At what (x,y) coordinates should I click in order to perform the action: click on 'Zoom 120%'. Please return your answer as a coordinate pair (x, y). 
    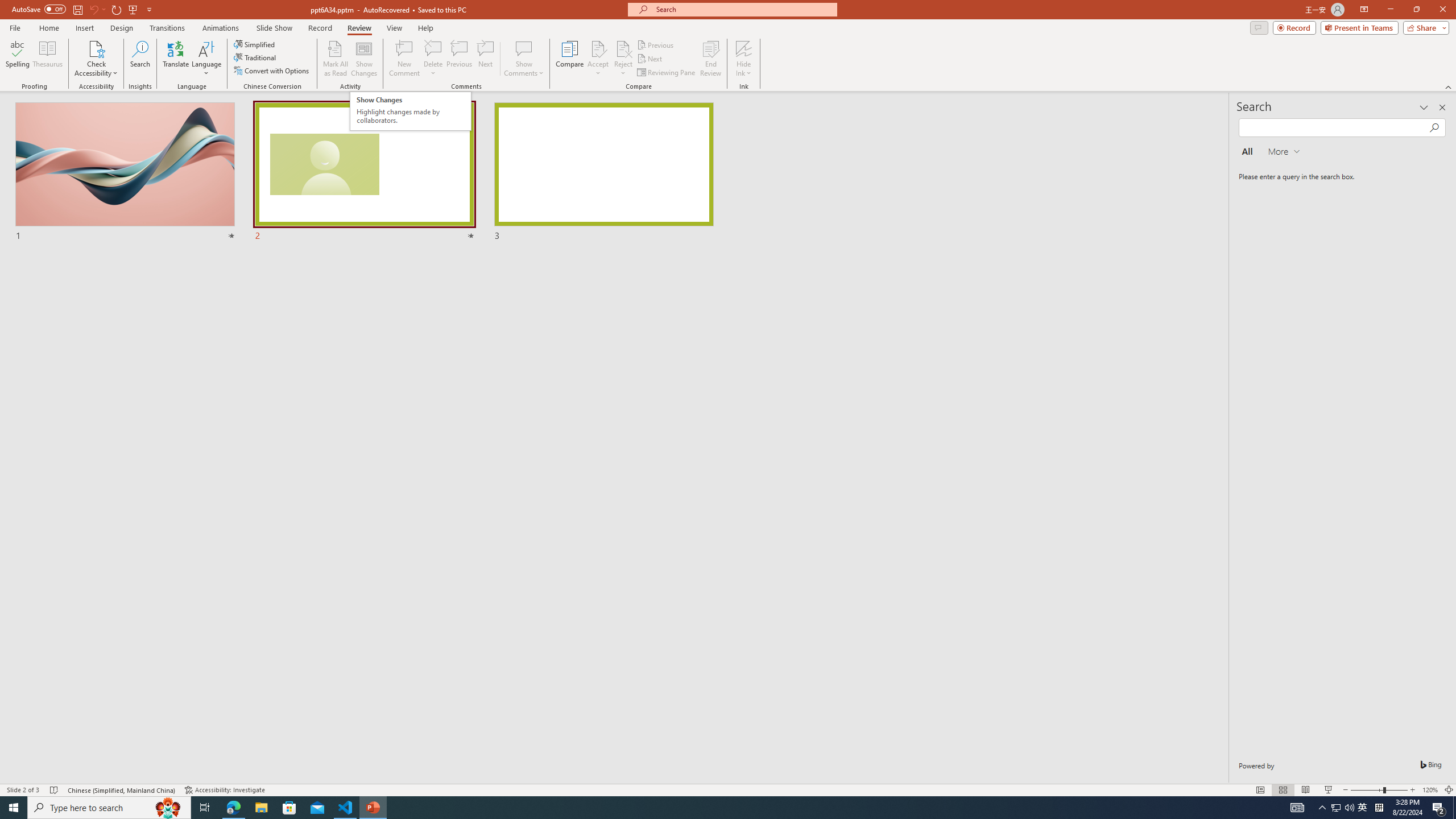
    Looking at the image, I should click on (1430, 790).